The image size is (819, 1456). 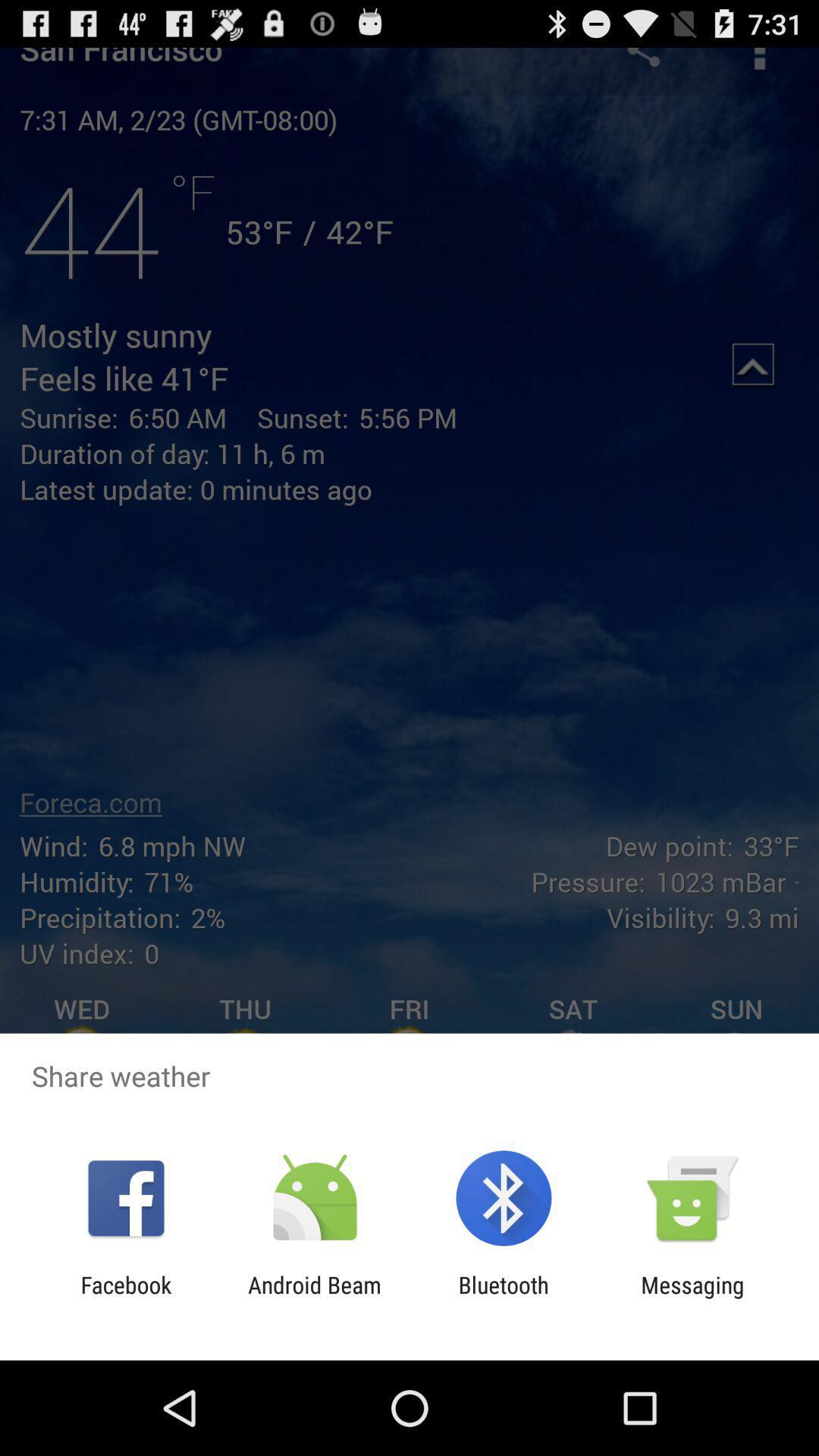 What do you see at coordinates (314, 1298) in the screenshot?
I see `the android beam icon` at bounding box center [314, 1298].